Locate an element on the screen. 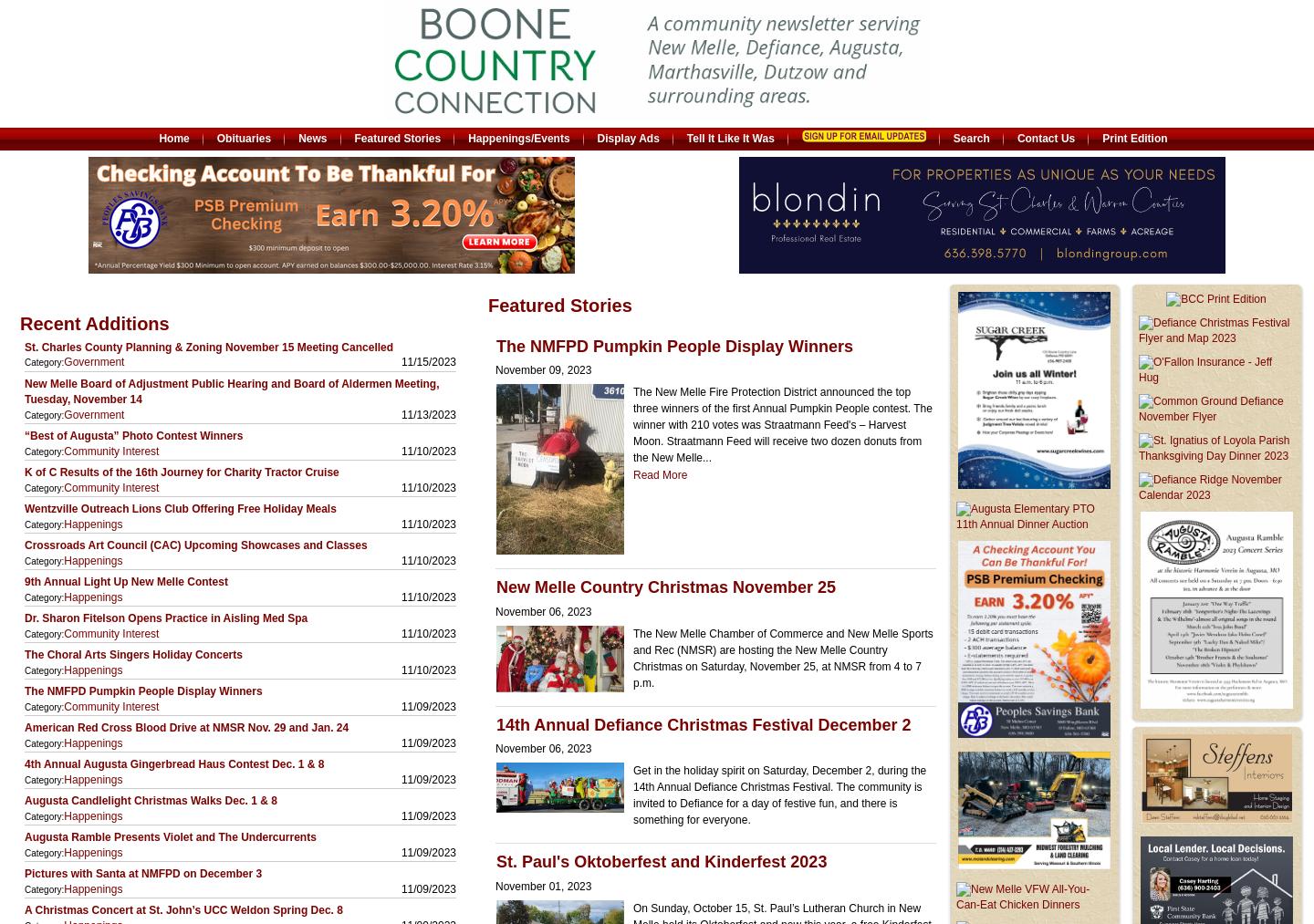 This screenshot has height=924, width=1314. 'American Red Cross Blood Drive at NMSR Nov. 29 and Jan. 24' is located at coordinates (186, 728).